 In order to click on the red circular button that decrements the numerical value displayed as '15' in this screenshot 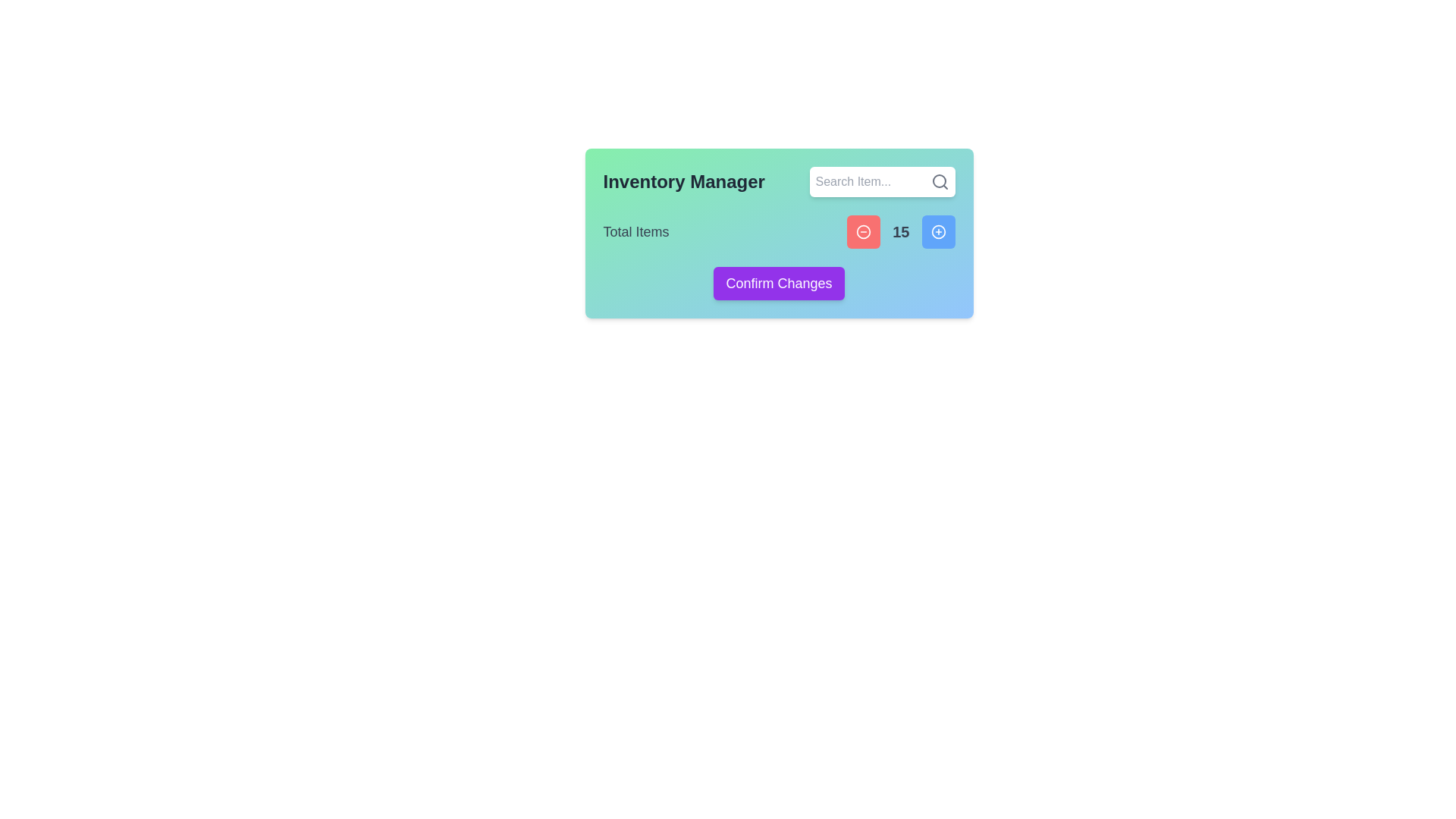, I will do `click(864, 231)`.